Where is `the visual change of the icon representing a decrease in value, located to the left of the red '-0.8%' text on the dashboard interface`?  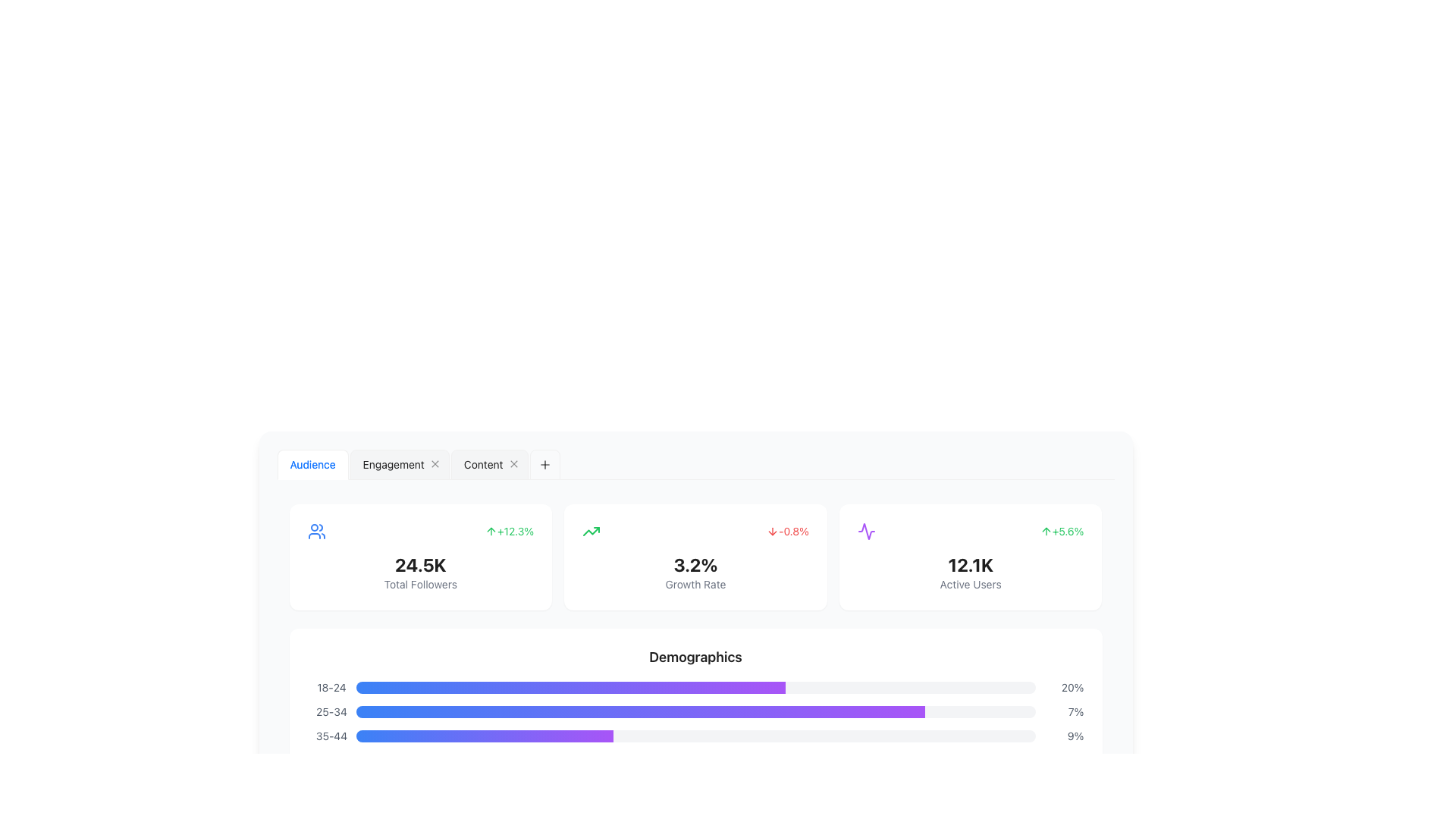
the visual change of the icon representing a decrease in value, located to the left of the red '-0.8%' text on the dashboard interface is located at coordinates (773, 531).